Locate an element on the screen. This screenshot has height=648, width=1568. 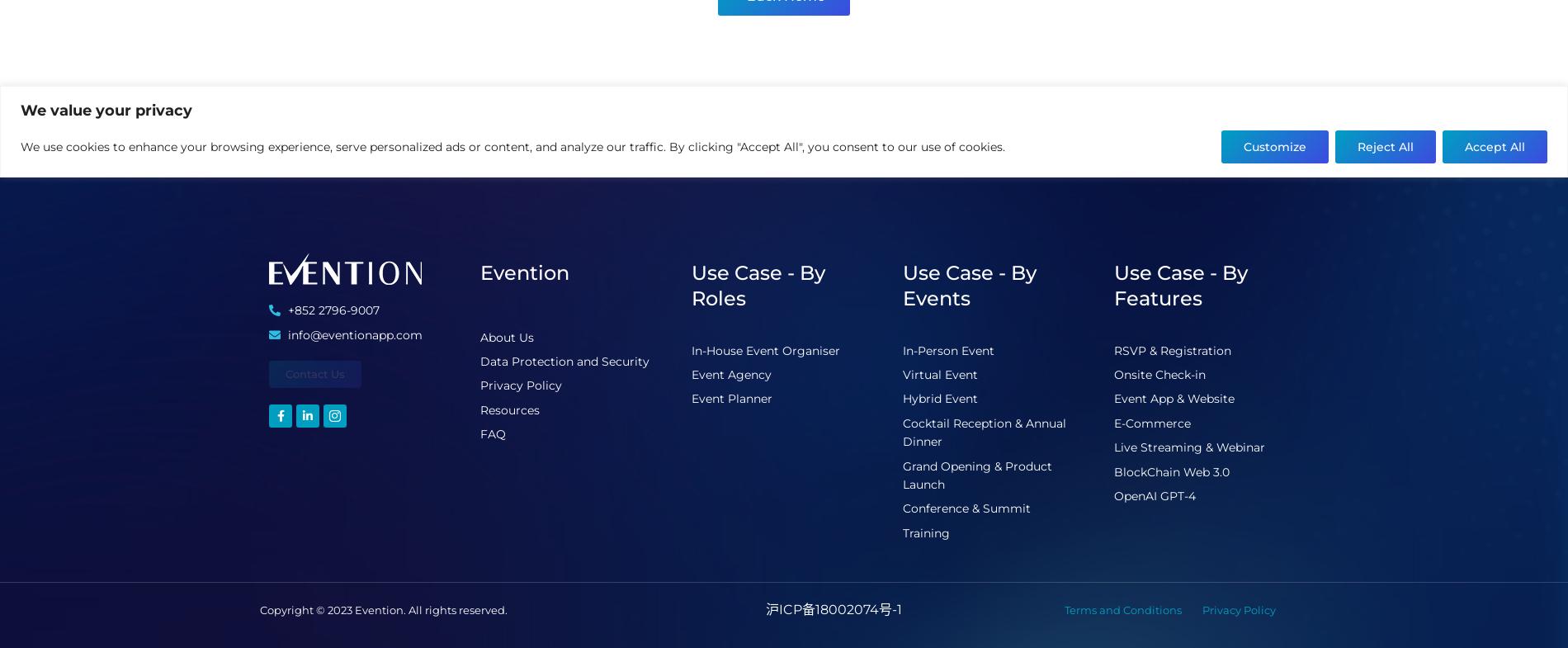
'Virtual Event' is located at coordinates (903, 374).